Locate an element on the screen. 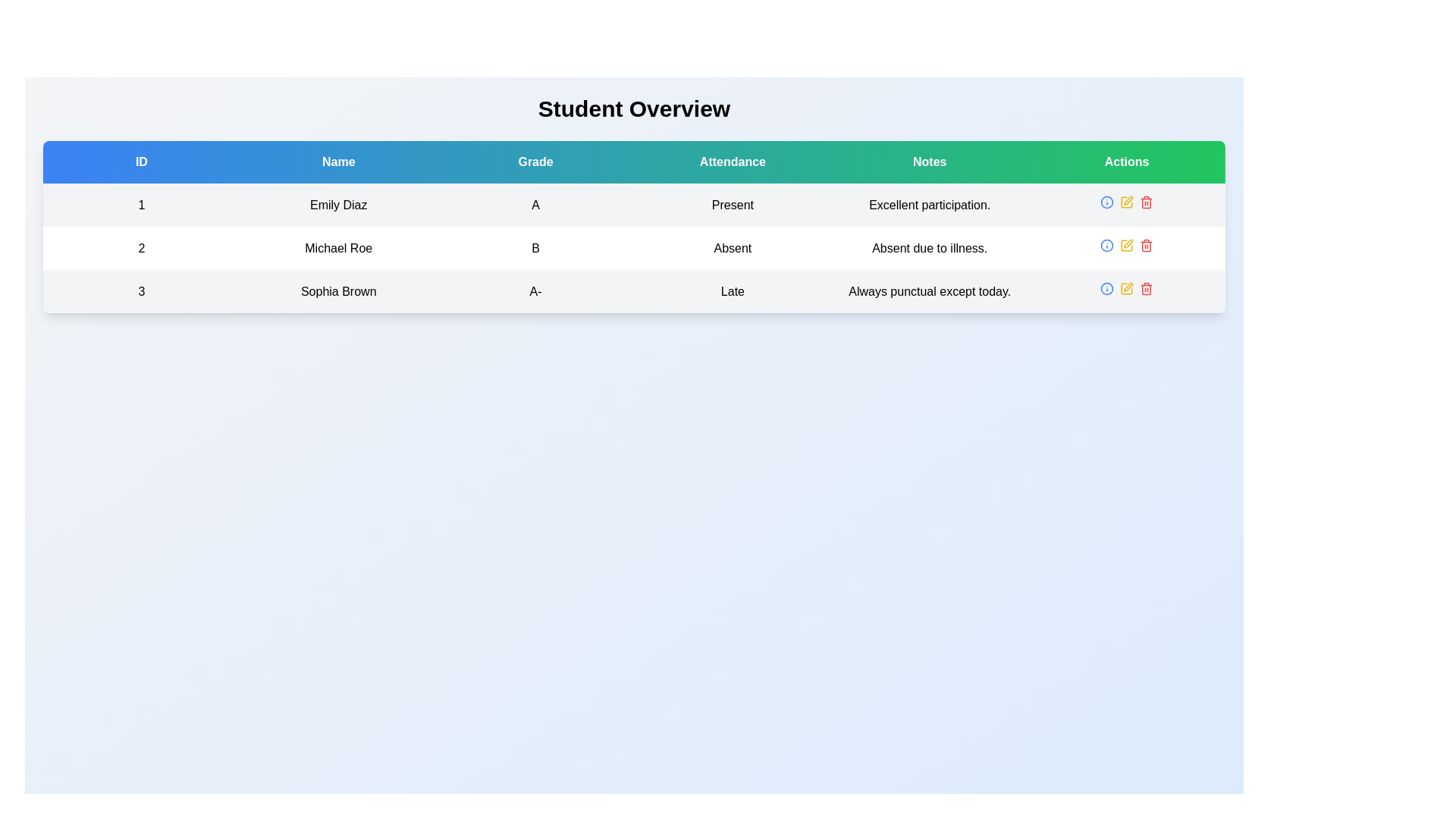 The width and height of the screenshot is (1456, 819). the text label displaying the name of the individual in the first row of the table, located in the second column, to the right of the ID column and to the left of the Grade column is located at coordinates (337, 205).